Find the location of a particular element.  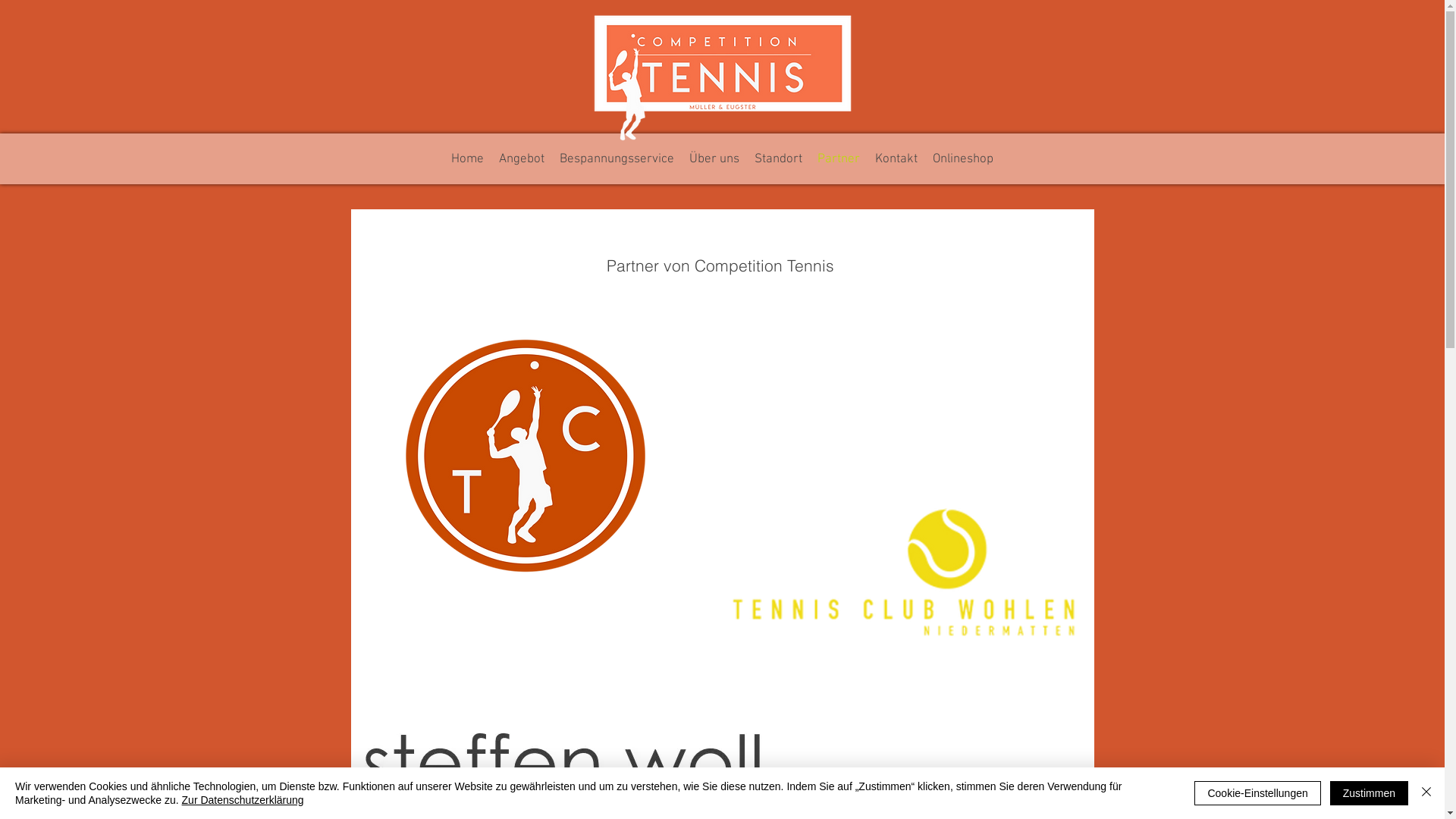

'Zustimmen' is located at coordinates (1369, 792).